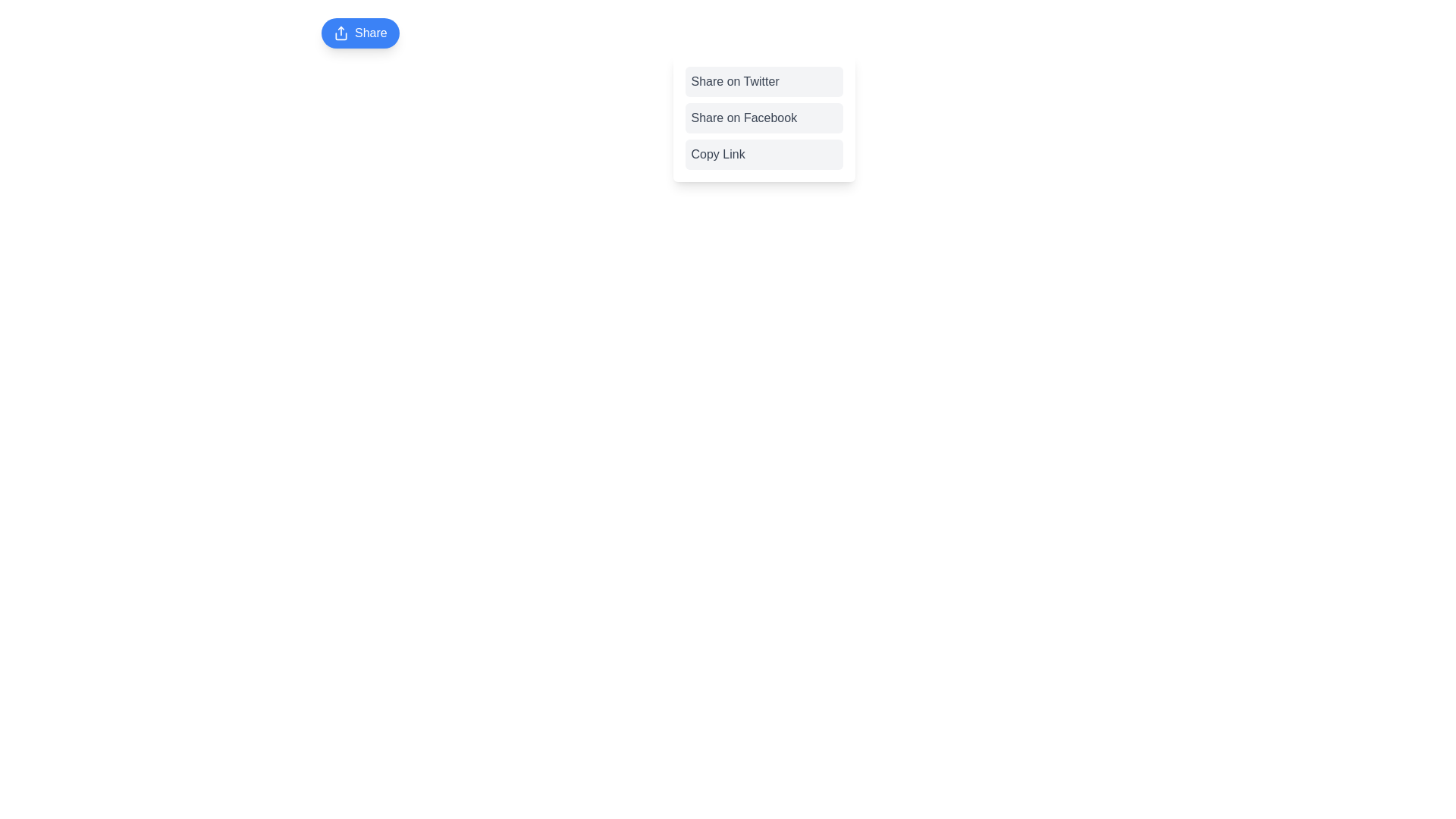 The width and height of the screenshot is (1456, 819). What do you see at coordinates (764, 117) in the screenshot?
I see `the Facebook share button located between the 'Share on Twitter' and 'Copy Link' buttons` at bounding box center [764, 117].